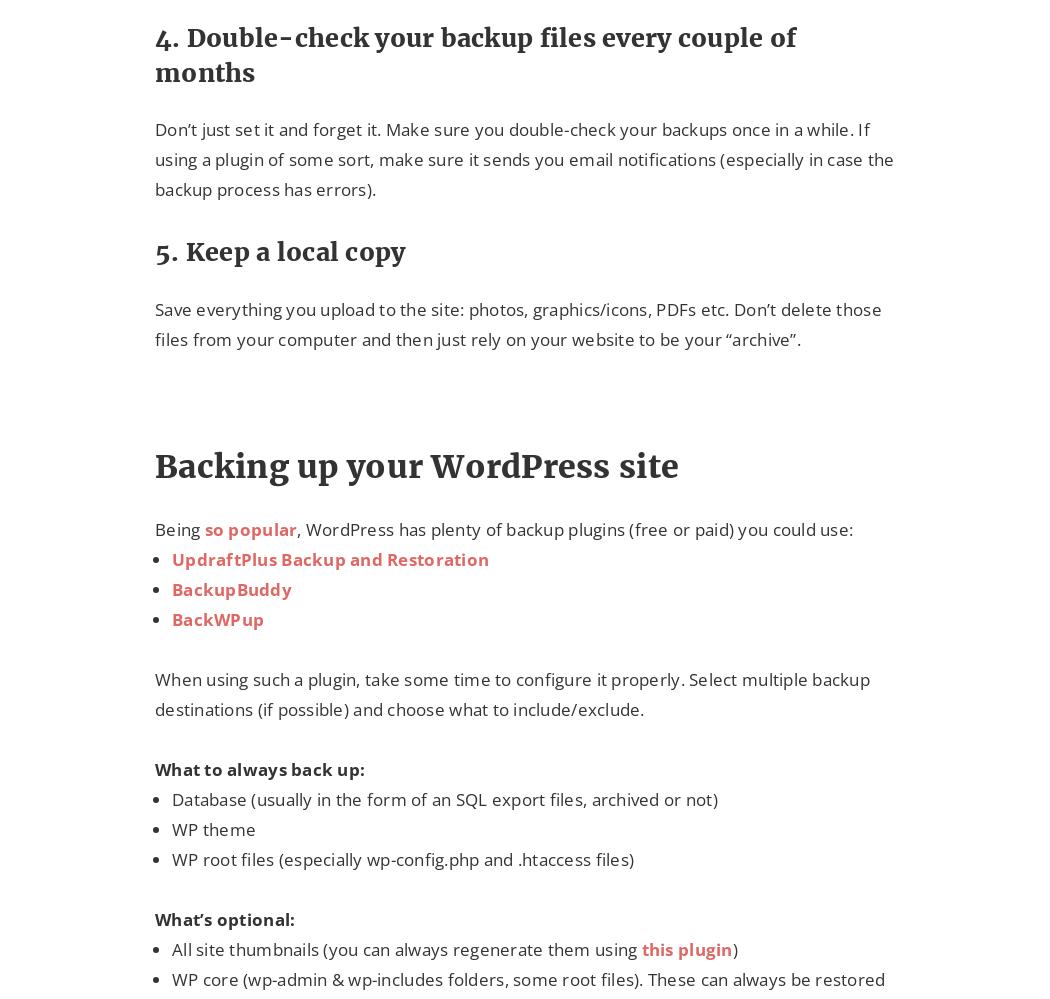 This screenshot has height=999, width=1050. Describe the element at coordinates (250, 527) in the screenshot. I see `'so popular'` at that location.